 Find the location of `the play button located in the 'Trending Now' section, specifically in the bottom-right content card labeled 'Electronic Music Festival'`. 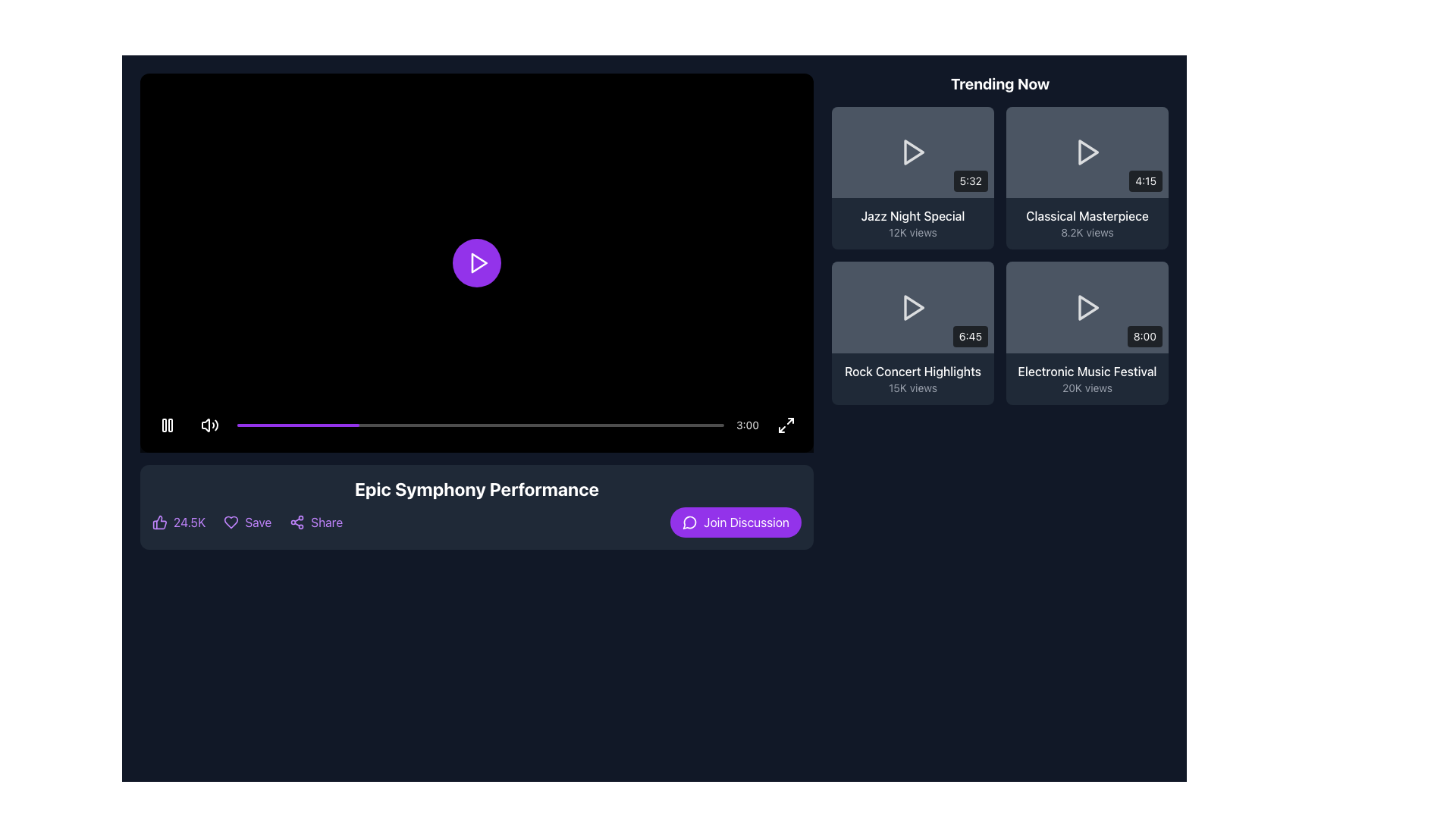

the play button located in the 'Trending Now' section, specifically in the bottom-right content card labeled 'Electronic Music Festival' is located at coordinates (1087, 307).